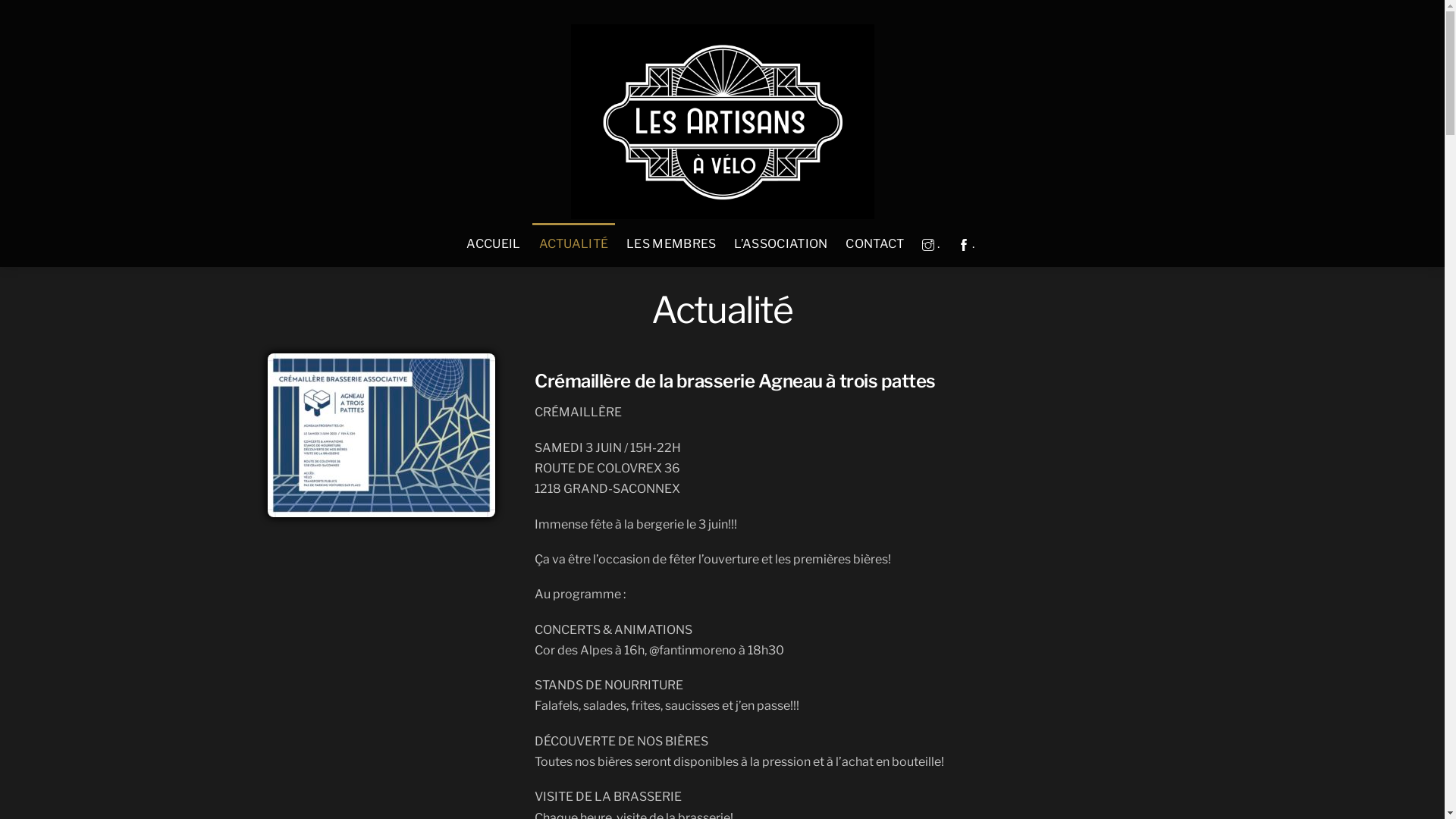  I want to click on '.', so click(915, 244).